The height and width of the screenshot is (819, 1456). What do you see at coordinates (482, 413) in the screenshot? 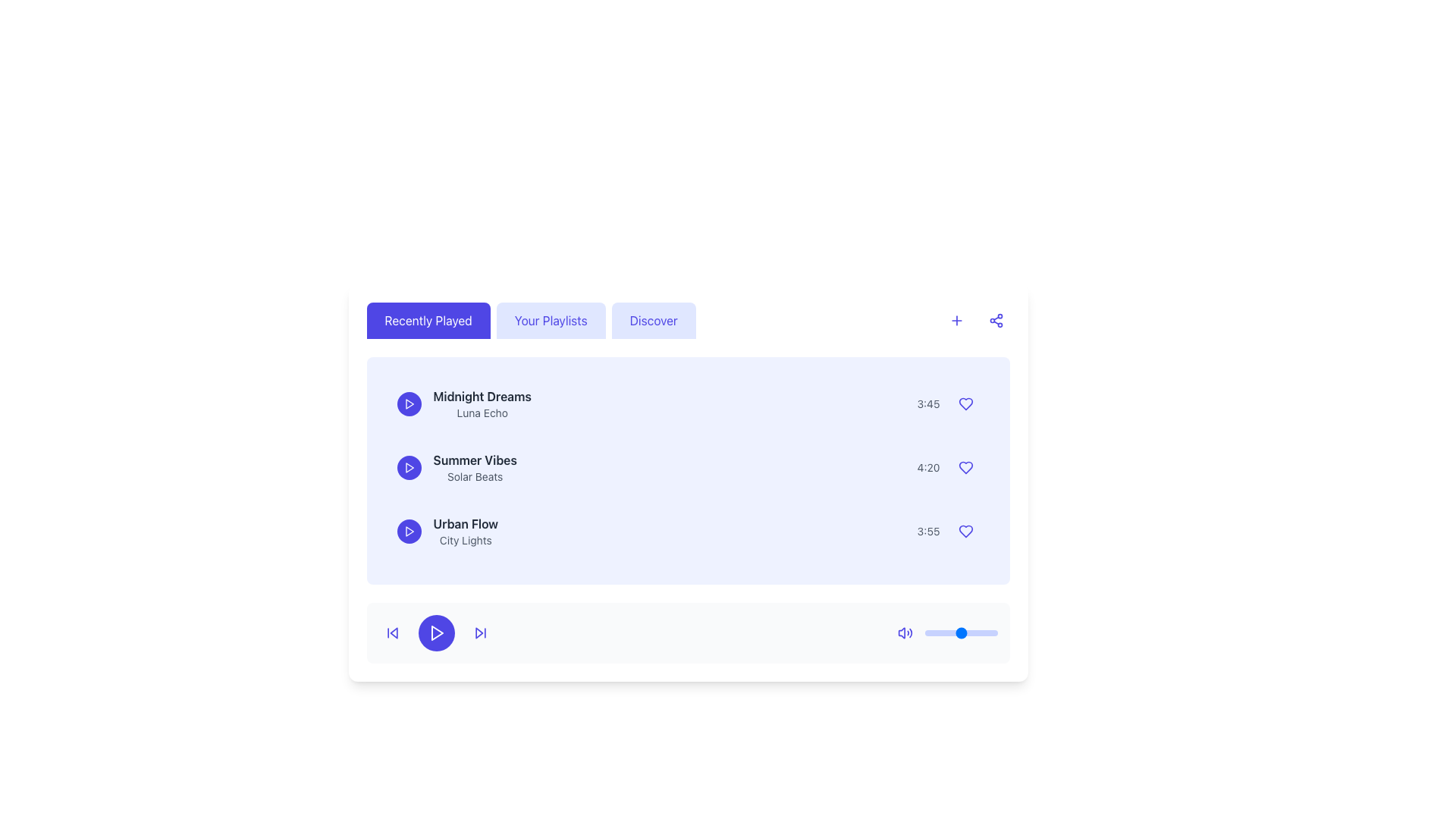
I see `the static text label displaying 'Luna Echo', which is styled in a smaller gray font and positioned directly beneath the bold text 'Midnight Dreams' in the 'Recently Played' tab of the media playlist interface` at bounding box center [482, 413].